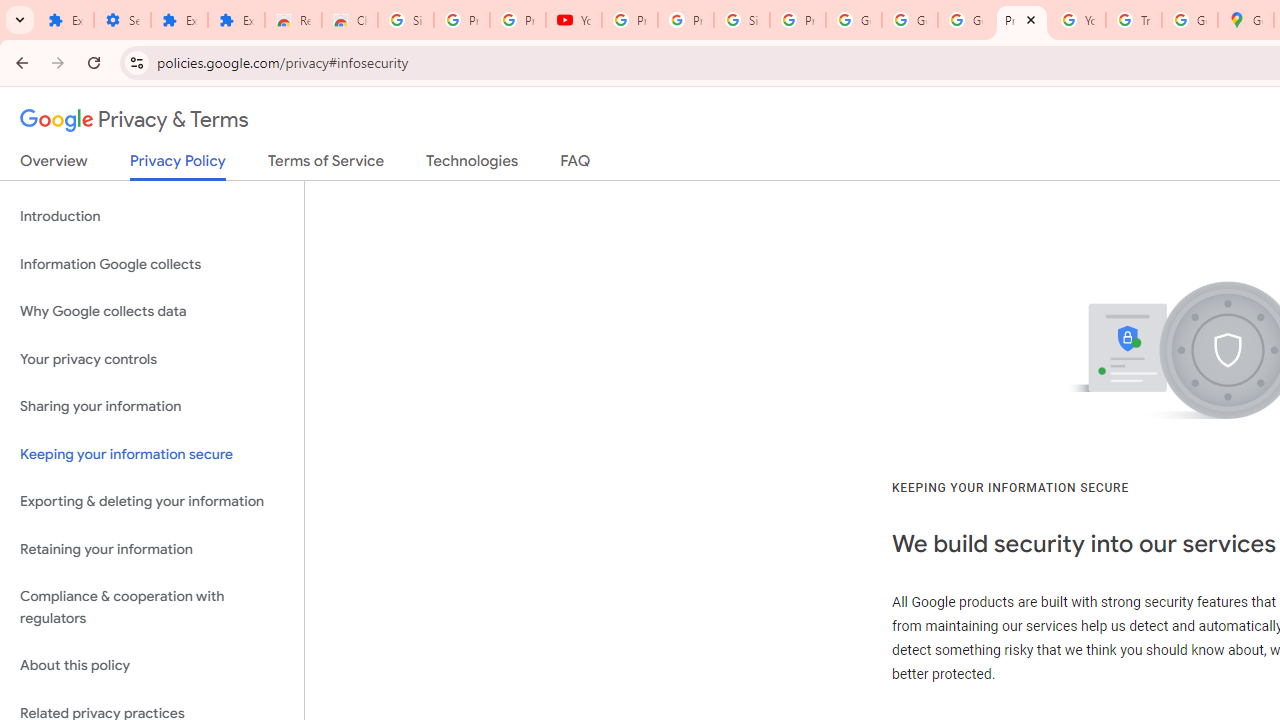  Describe the element at coordinates (177, 165) in the screenshot. I see `'Privacy Policy'` at that location.